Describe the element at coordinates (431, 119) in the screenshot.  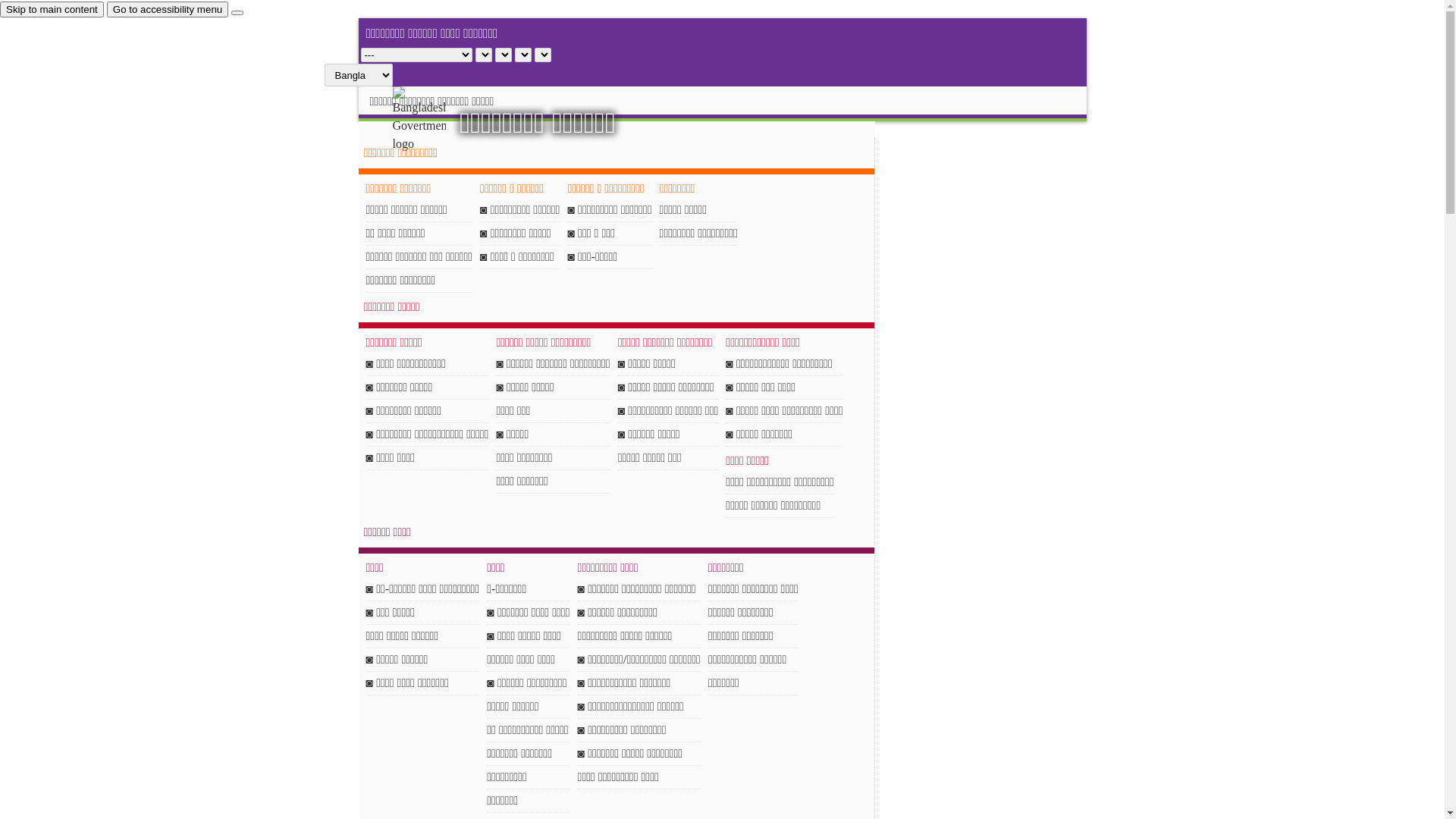
I see `'` at that location.